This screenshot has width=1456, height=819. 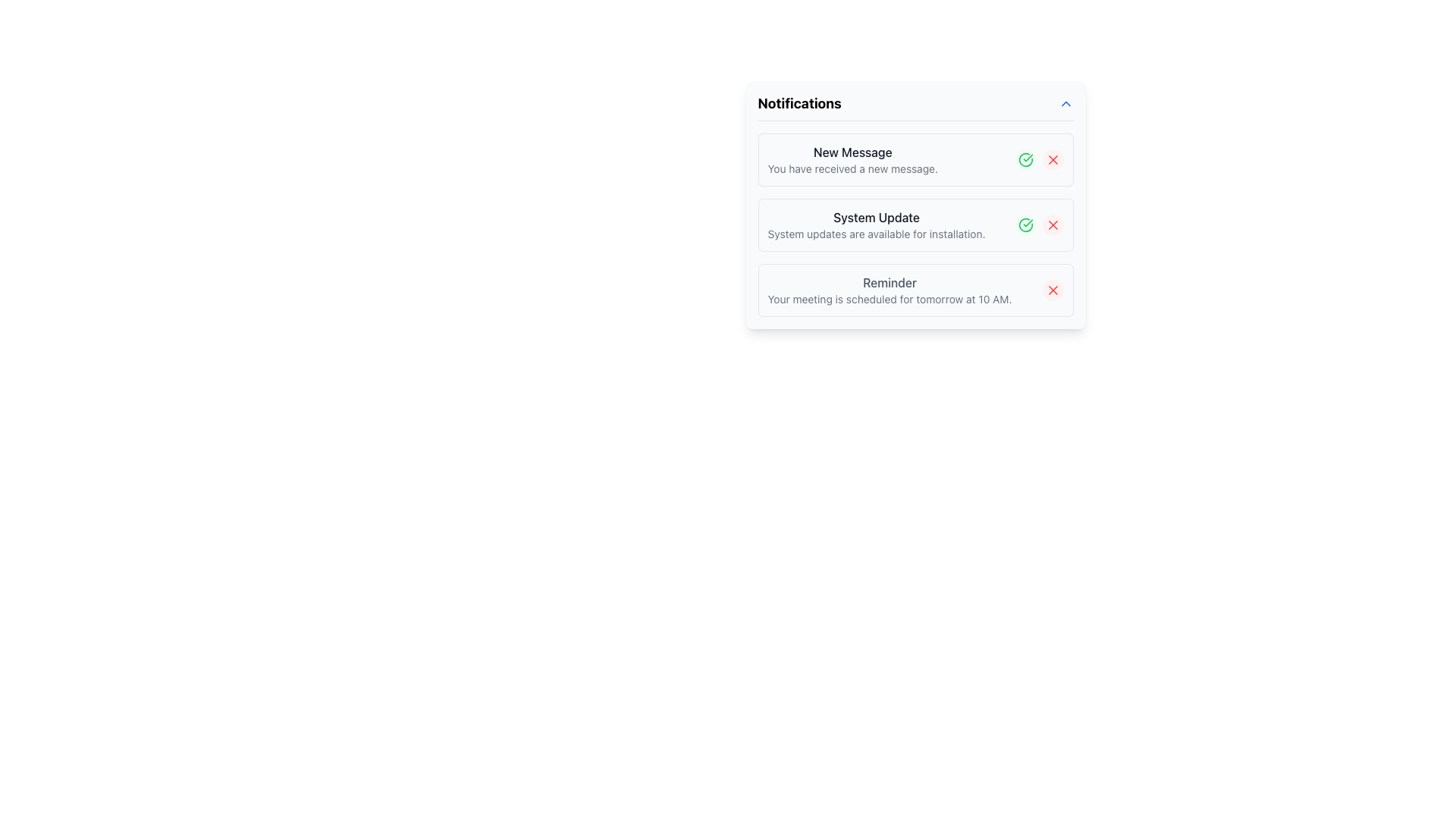 I want to click on descriptive text about the 'New Message' notification located beneath the header text within the notification card, so click(x=852, y=169).